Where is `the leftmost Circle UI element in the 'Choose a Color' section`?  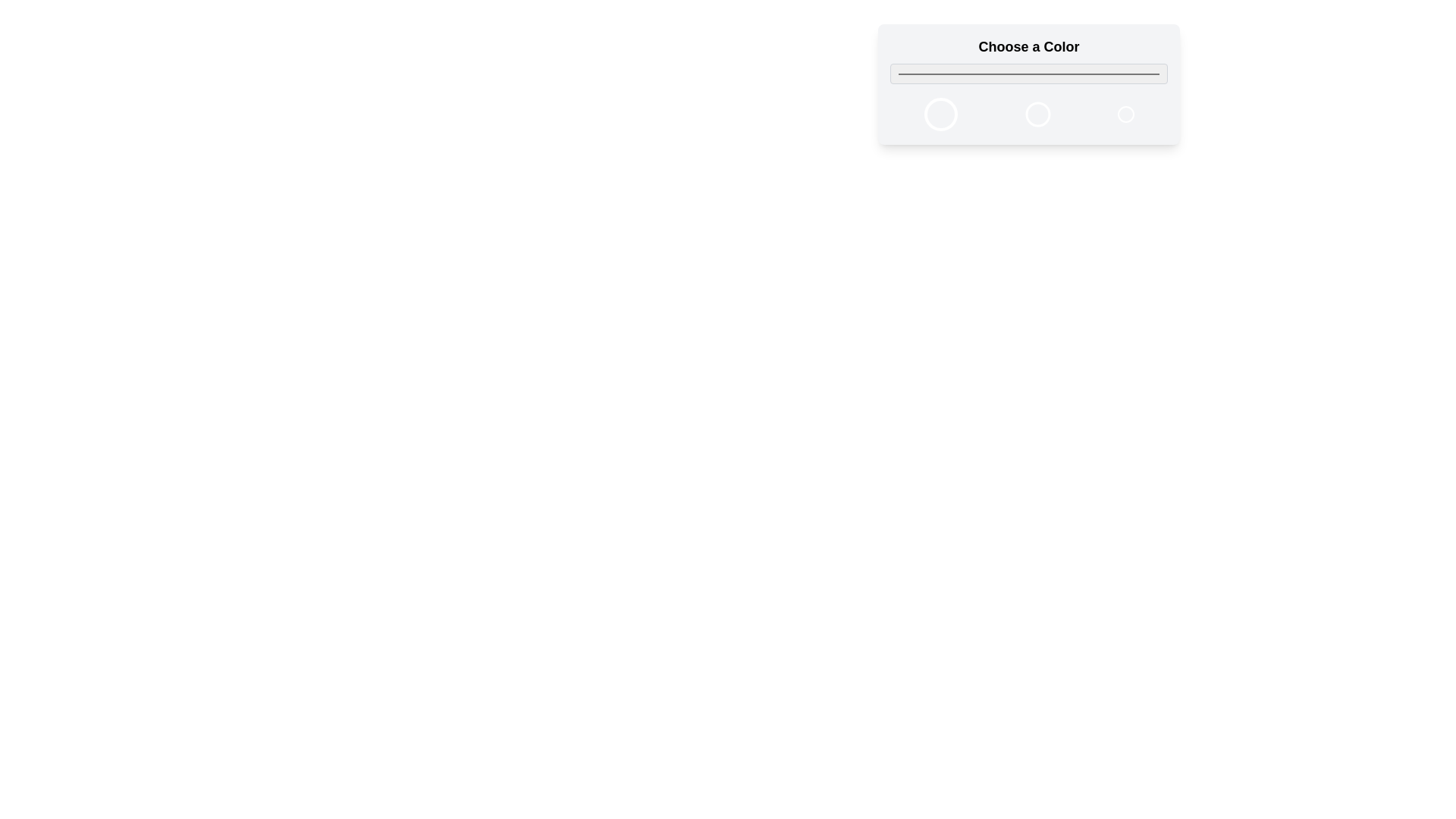 the leftmost Circle UI element in the 'Choose a Color' section is located at coordinates (940, 113).